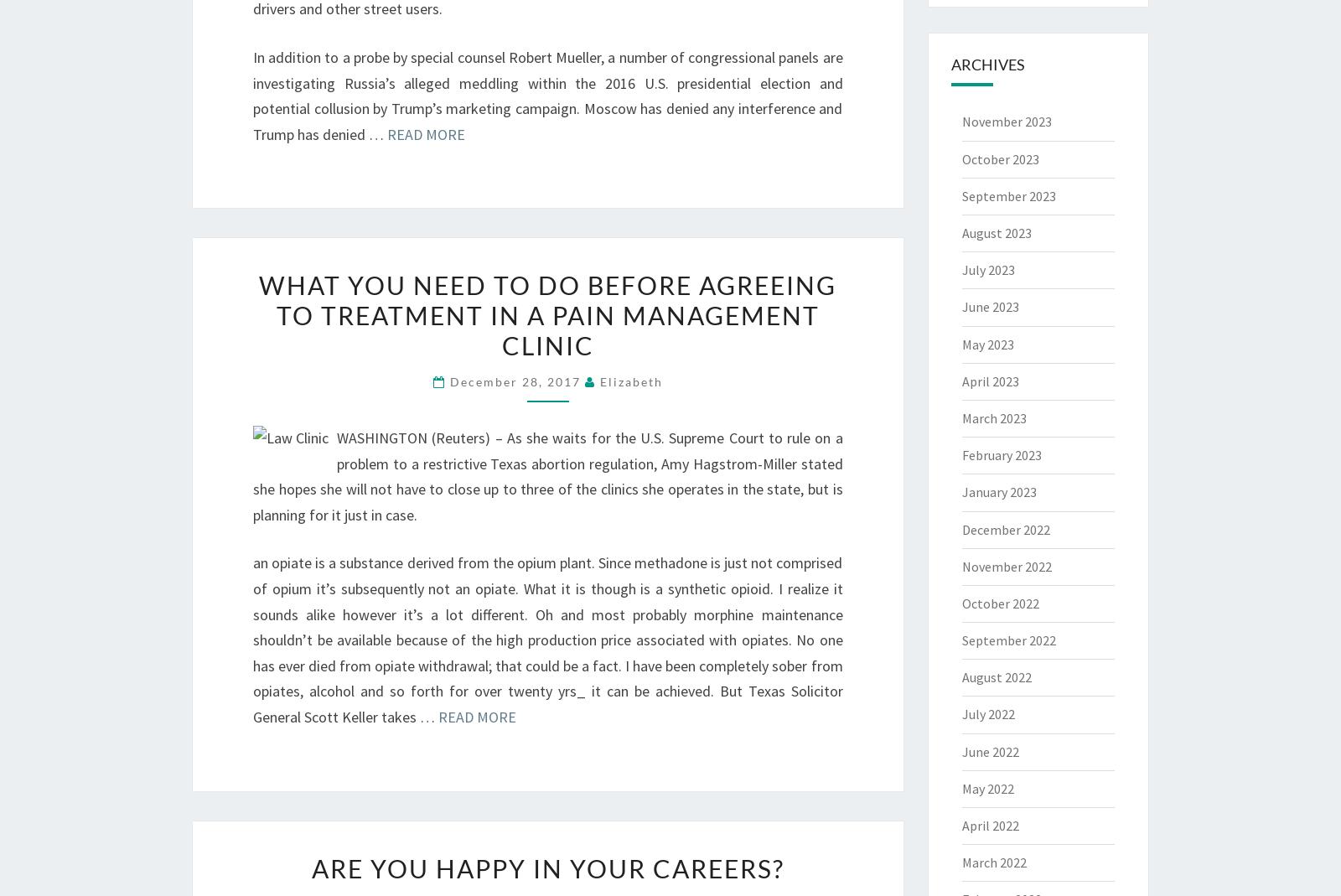 The height and width of the screenshot is (896, 1341). I want to click on 'May 2023', so click(961, 343).